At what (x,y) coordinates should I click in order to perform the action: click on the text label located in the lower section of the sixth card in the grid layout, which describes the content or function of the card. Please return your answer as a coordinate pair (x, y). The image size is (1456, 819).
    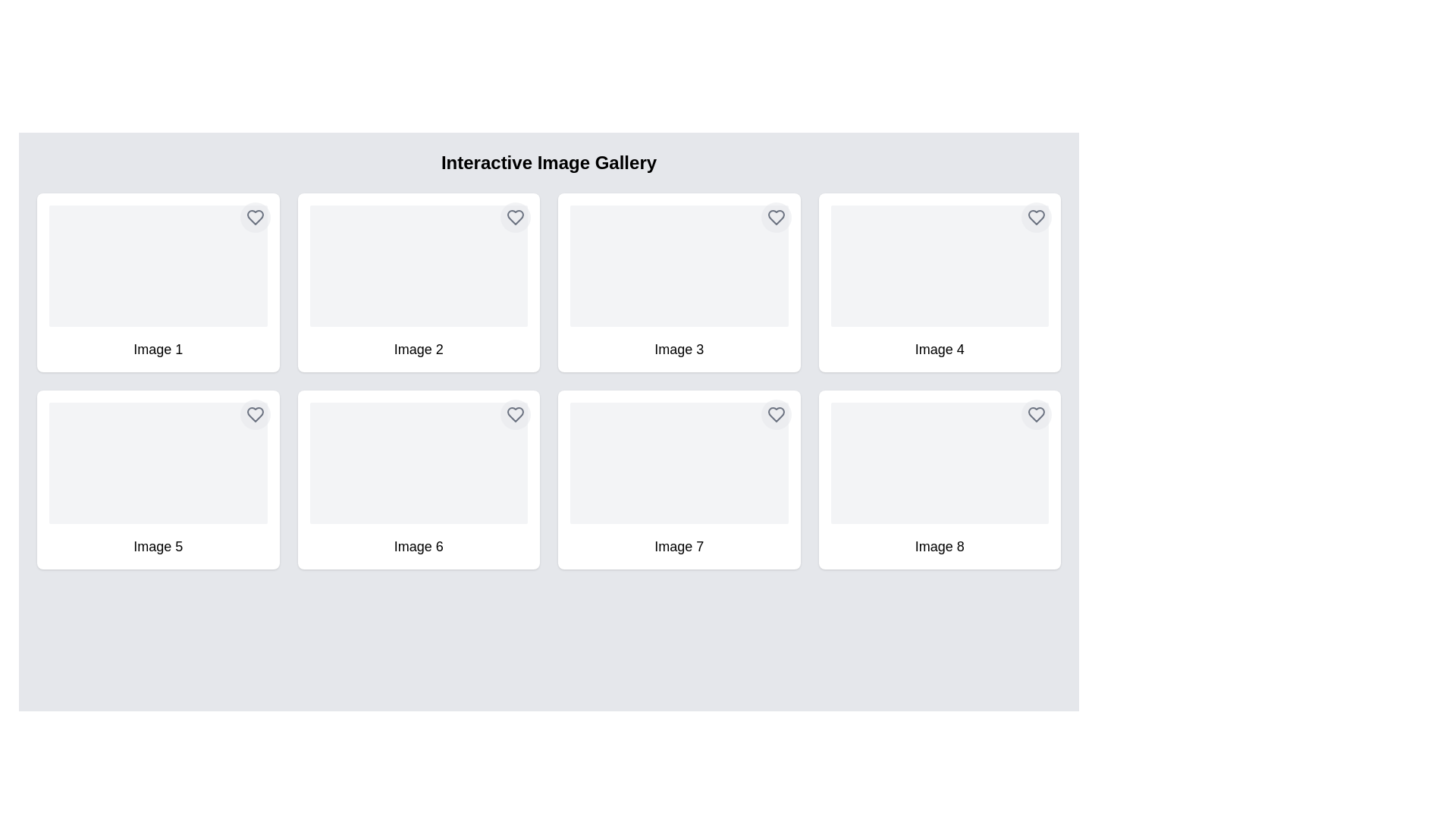
    Looking at the image, I should click on (419, 547).